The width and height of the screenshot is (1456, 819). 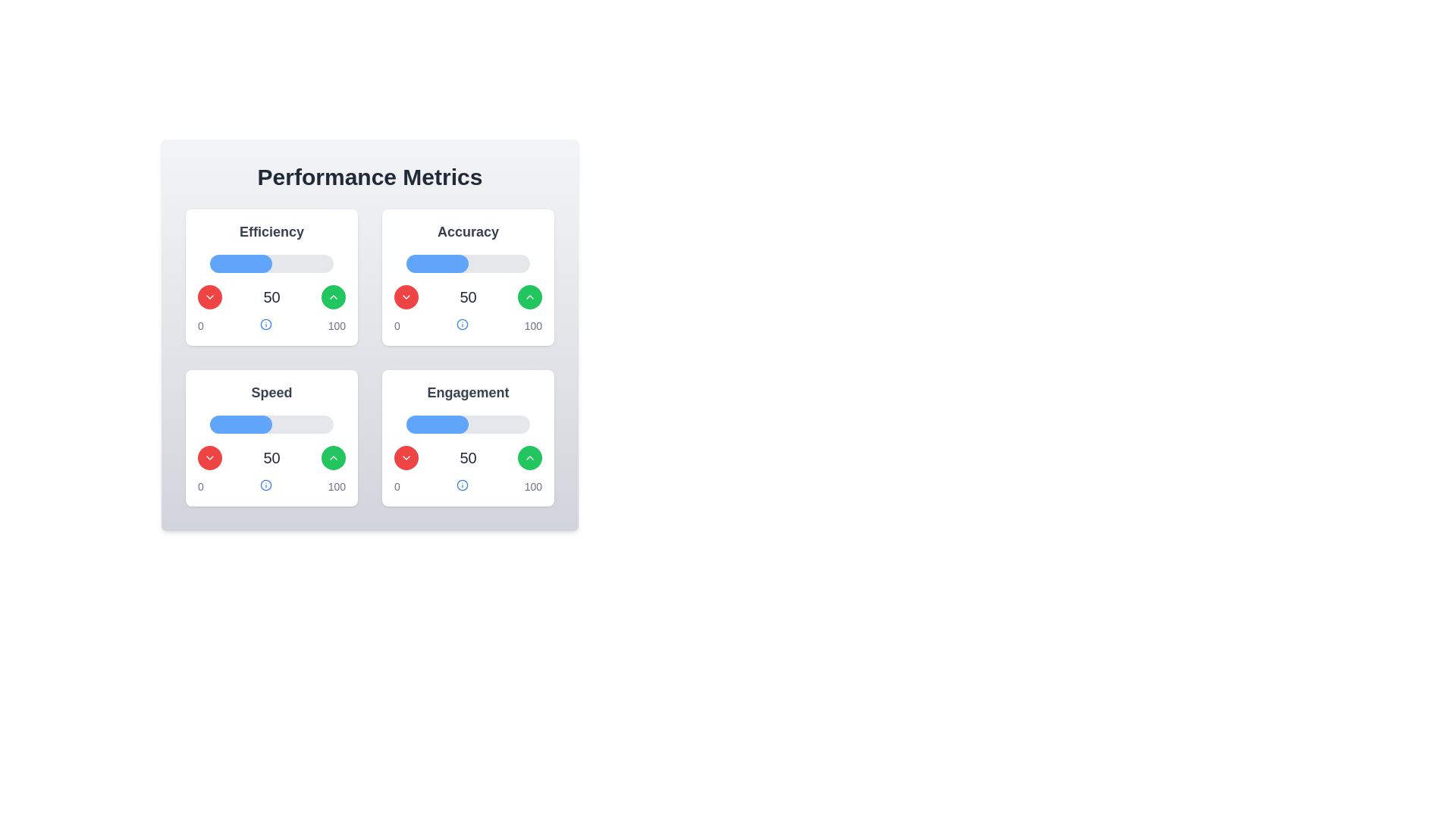 I want to click on the static text element indicating a minimum value within the Performance Metrics dashboard, located at the bottom-left corner of the Efficiency card component, so click(x=199, y=325).